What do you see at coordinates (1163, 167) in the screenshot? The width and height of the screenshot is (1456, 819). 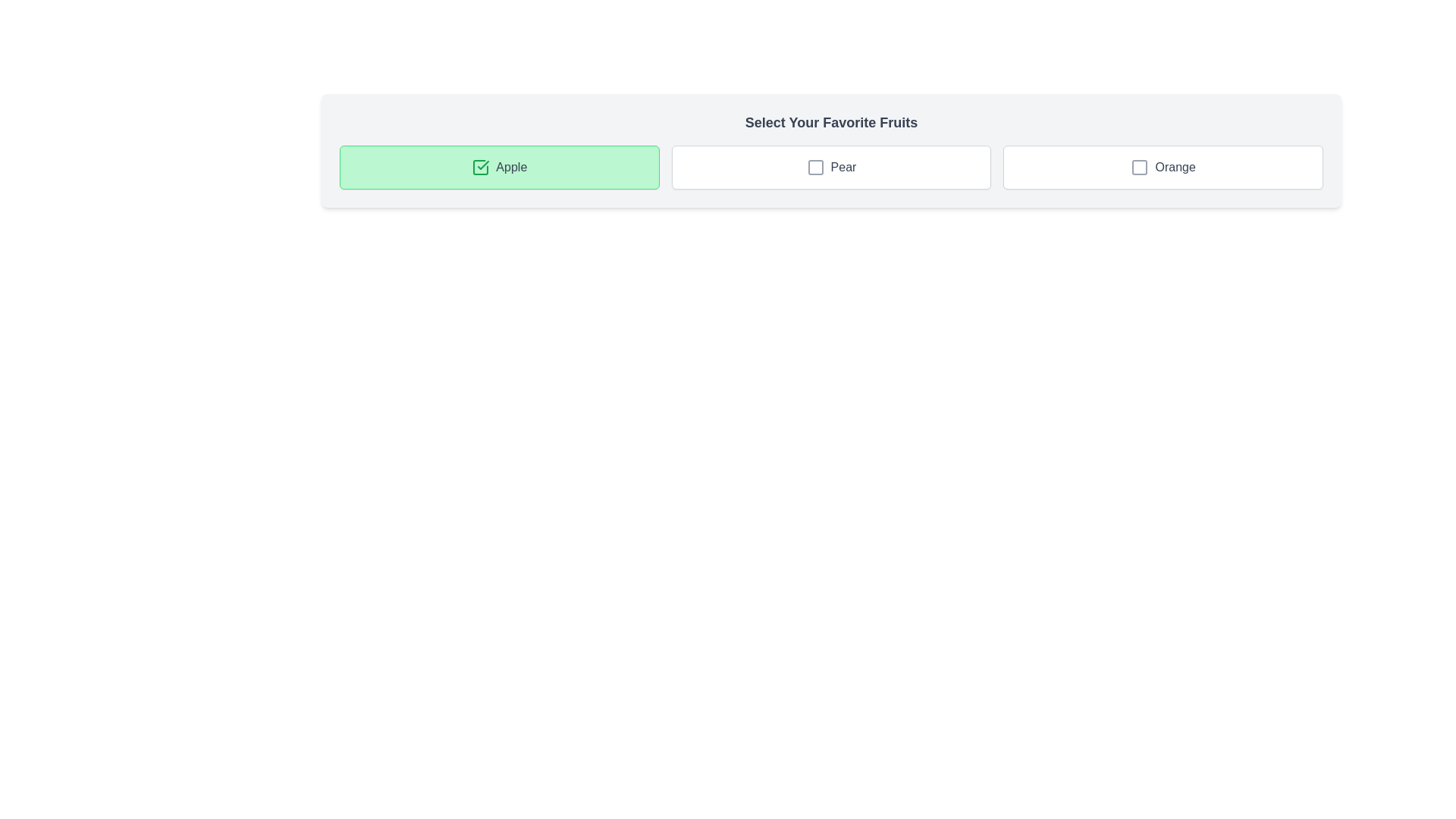 I see `the unselected checkbox labeled 'Orange' located at the far right of the row of three similar sections` at bounding box center [1163, 167].